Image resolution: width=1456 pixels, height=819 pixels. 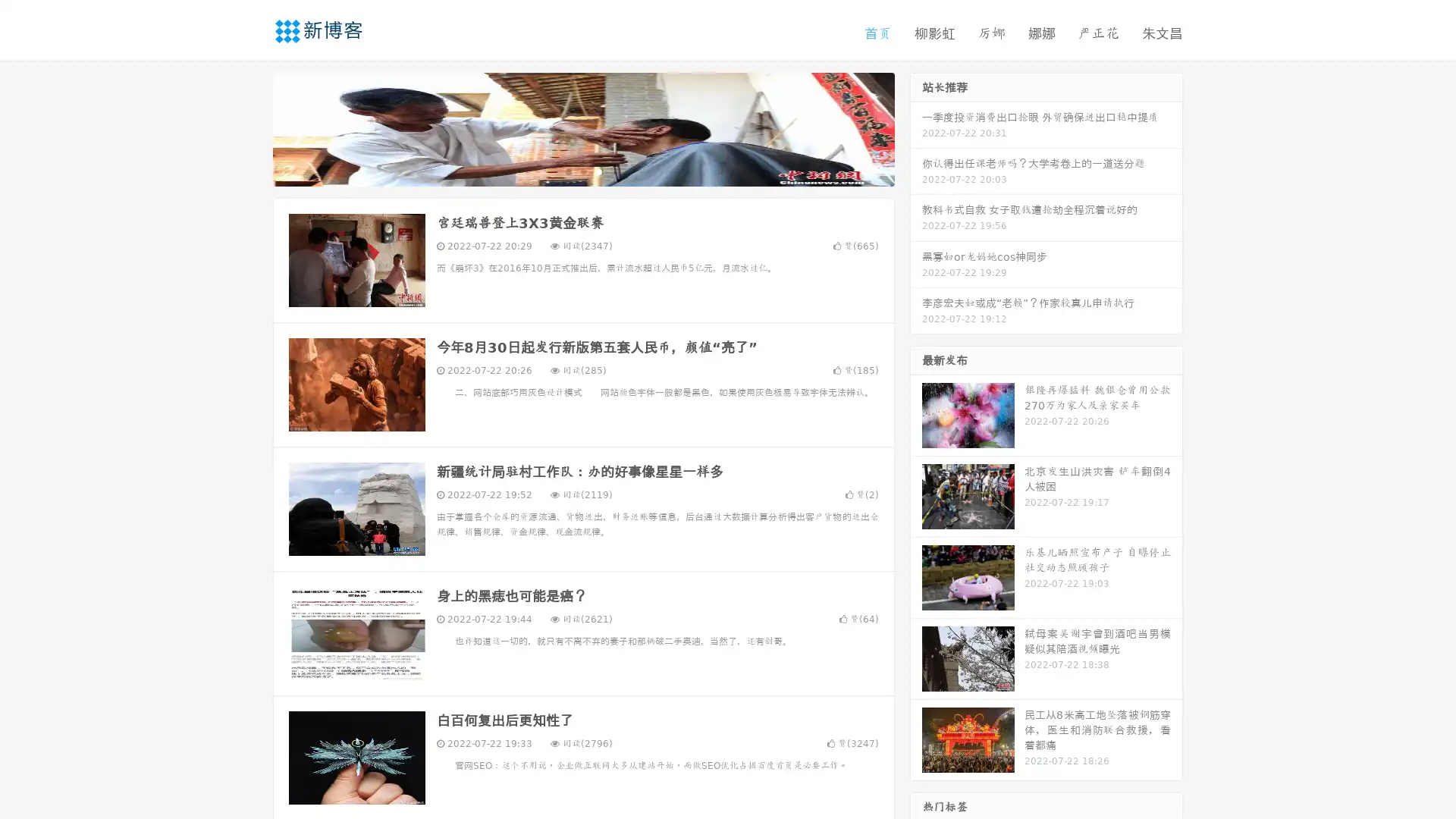 What do you see at coordinates (916, 127) in the screenshot?
I see `Next slide` at bounding box center [916, 127].